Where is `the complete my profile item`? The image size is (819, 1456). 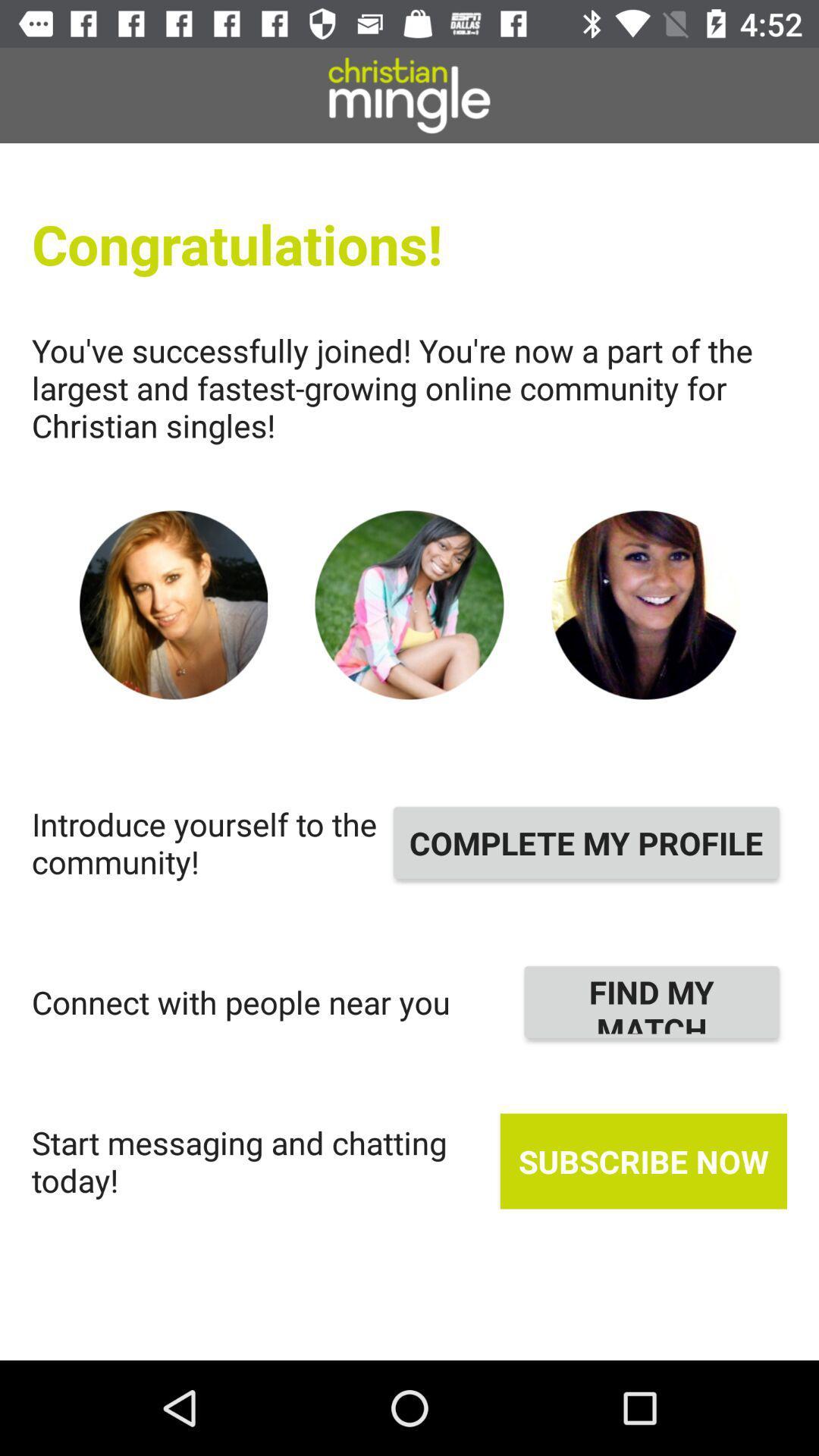 the complete my profile item is located at coordinates (585, 842).